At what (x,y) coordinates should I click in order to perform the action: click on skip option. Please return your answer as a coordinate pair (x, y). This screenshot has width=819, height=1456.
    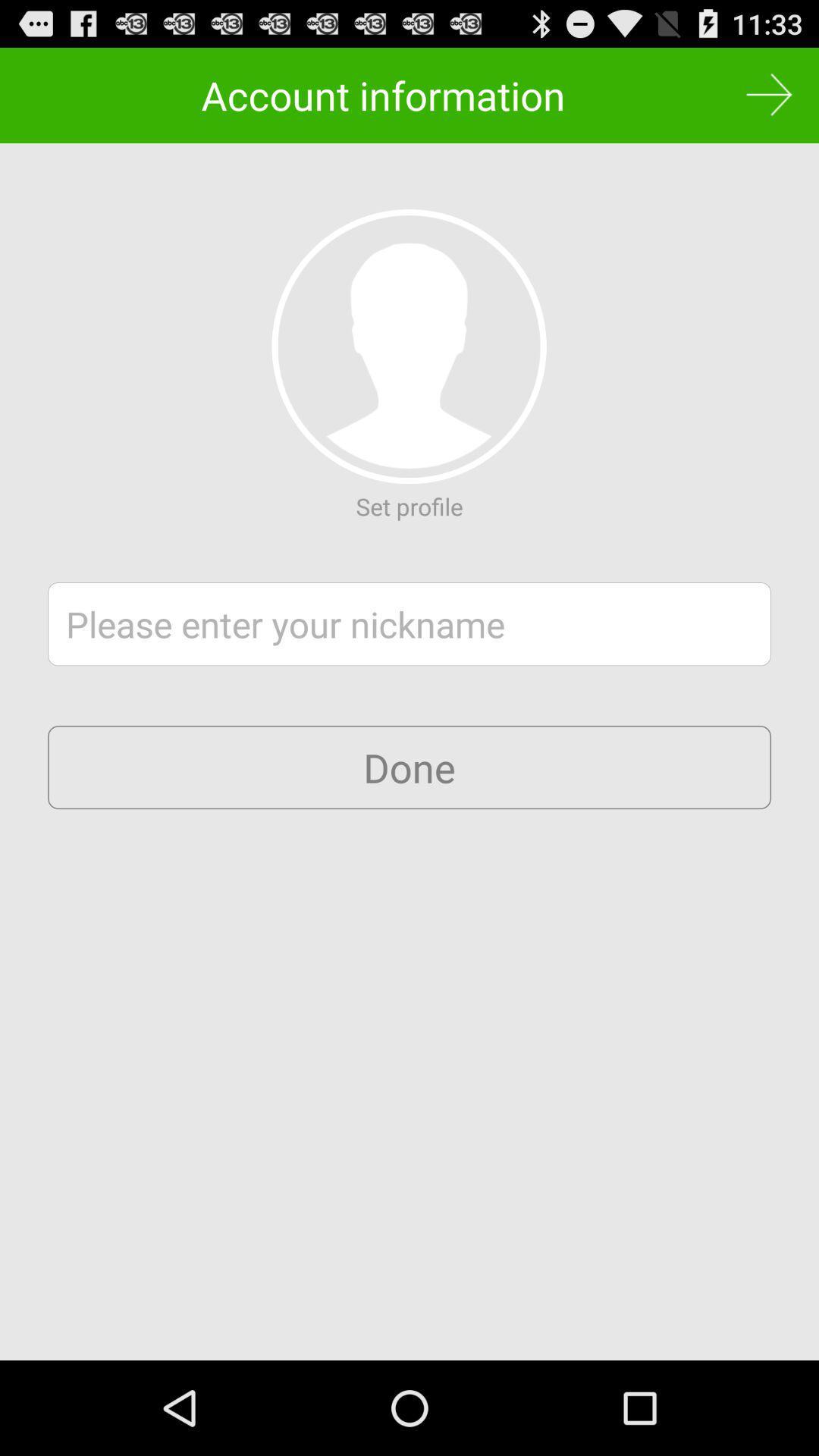
    Looking at the image, I should click on (769, 94).